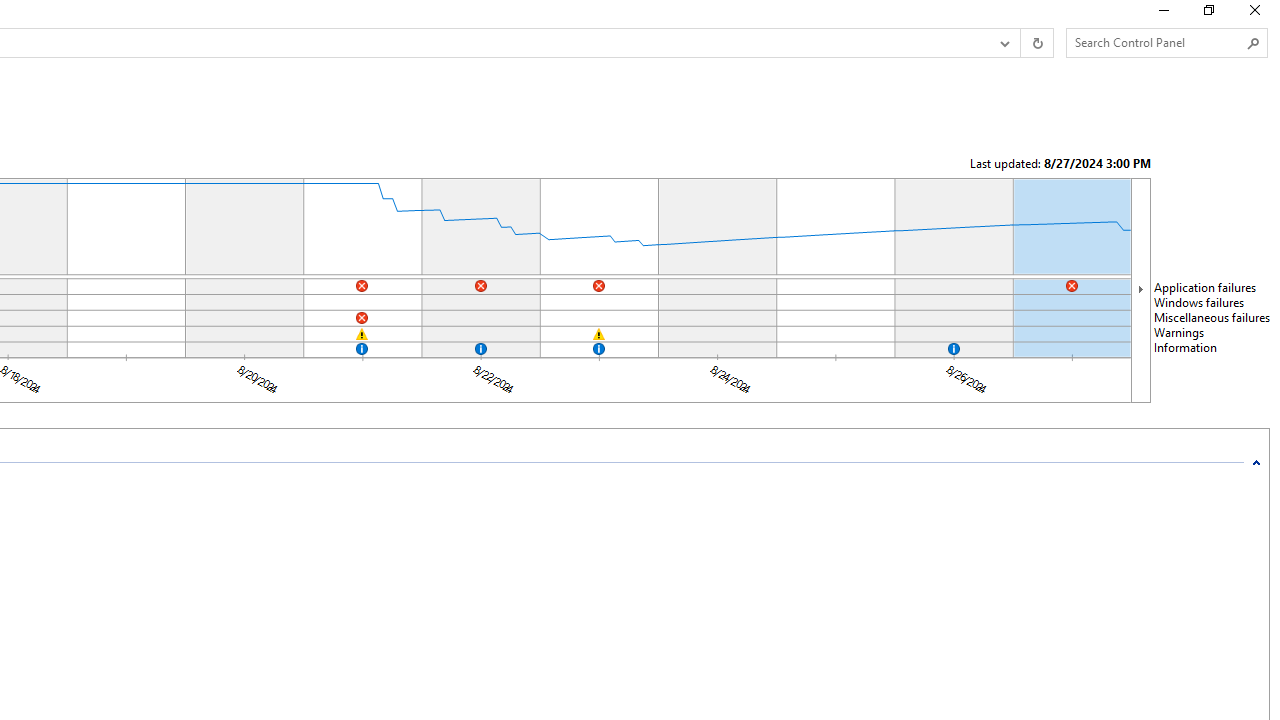 The image size is (1280, 720). What do you see at coordinates (1140, 289) in the screenshot?
I see `'ScrollRight'` at bounding box center [1140, 289].